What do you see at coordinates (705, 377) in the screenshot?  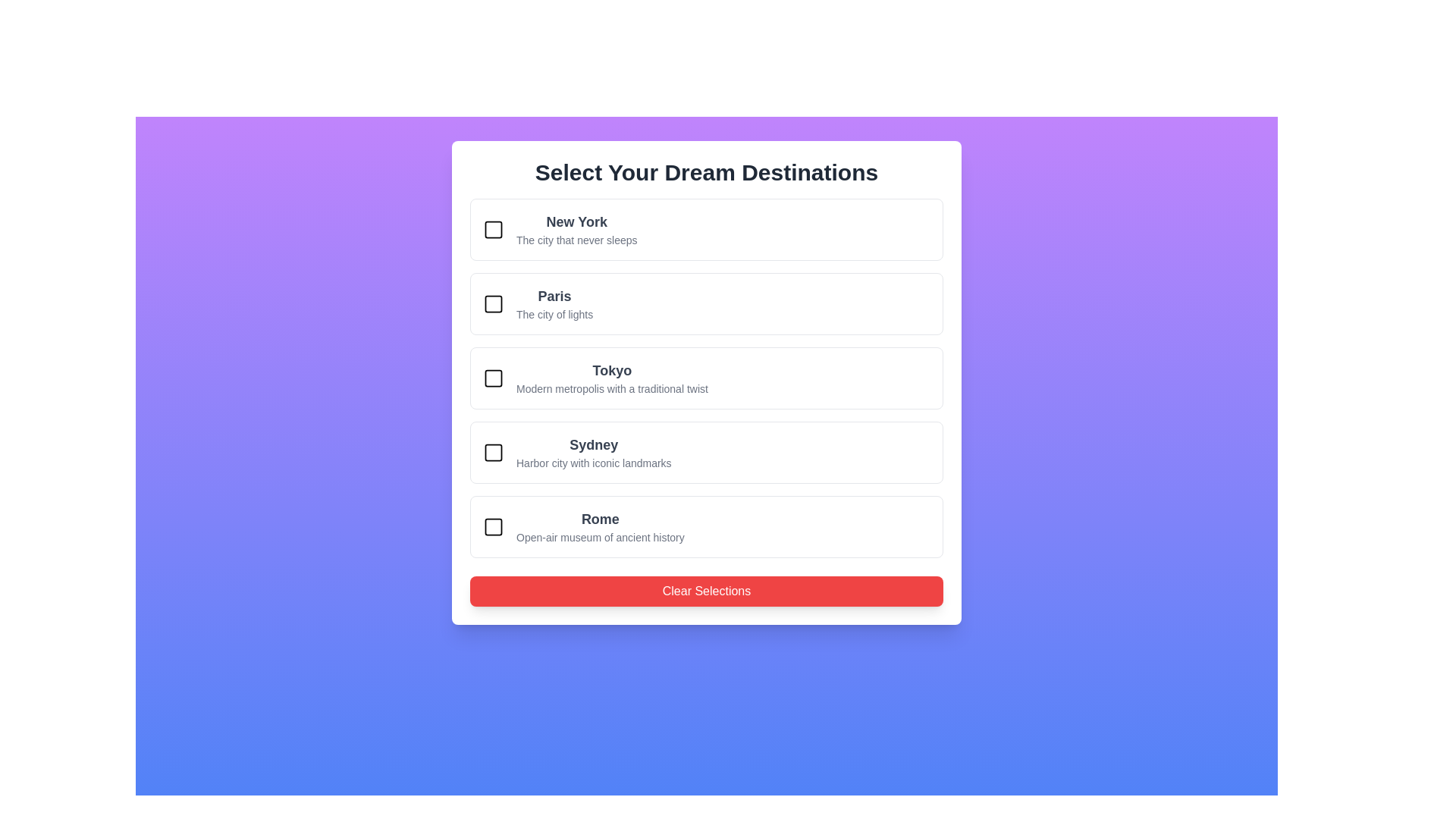 I see `the city card for Tokyo` at bounding box center [705, 377].